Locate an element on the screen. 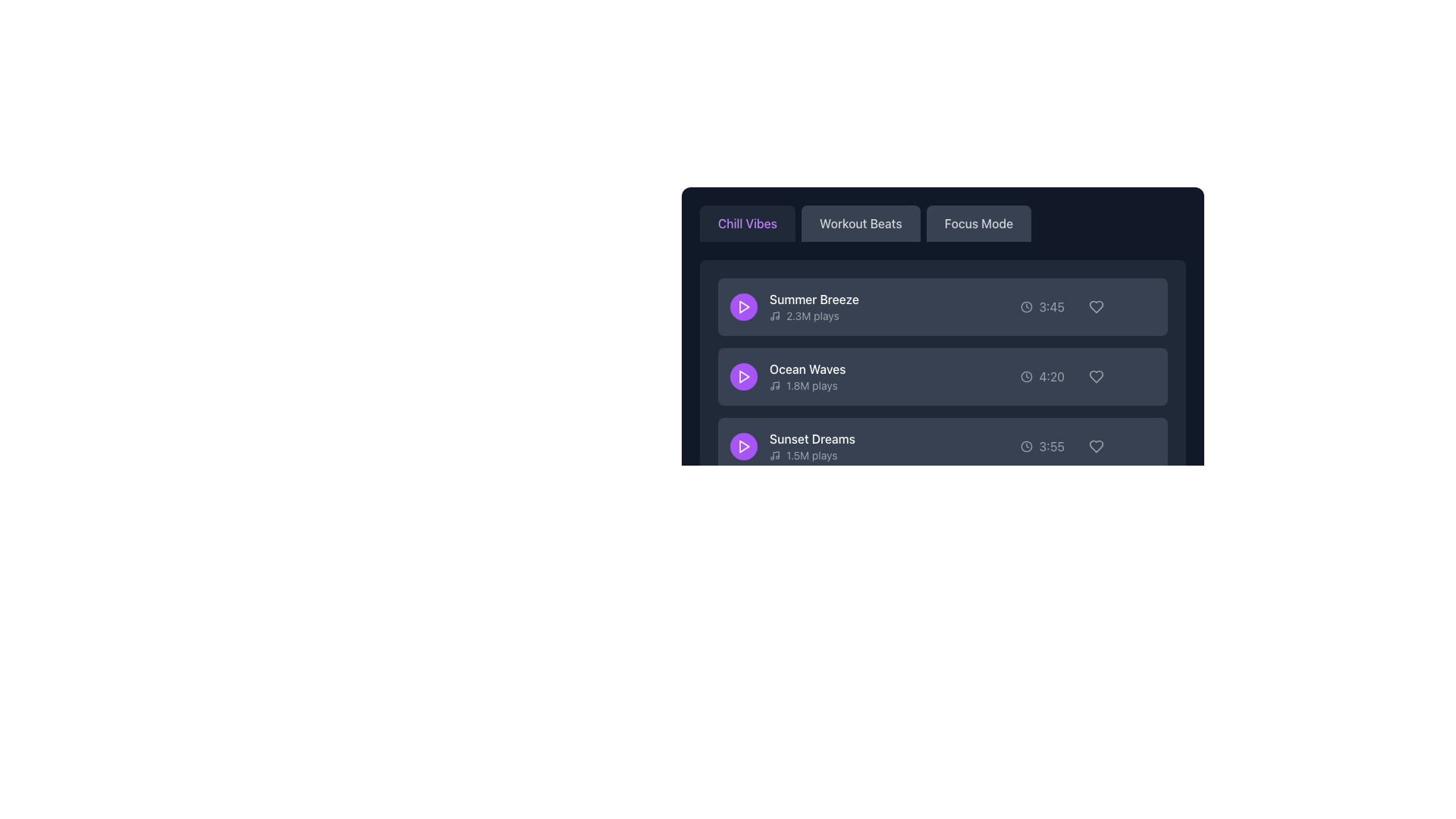 This screenshot has height=819, width=1456. the outer circular ring of the clock icon, which is visually representative of time and located adjacent to the 'Ocean Waves' playlist entry and the duration text '4:20' is located at coordinates (1027, 376).